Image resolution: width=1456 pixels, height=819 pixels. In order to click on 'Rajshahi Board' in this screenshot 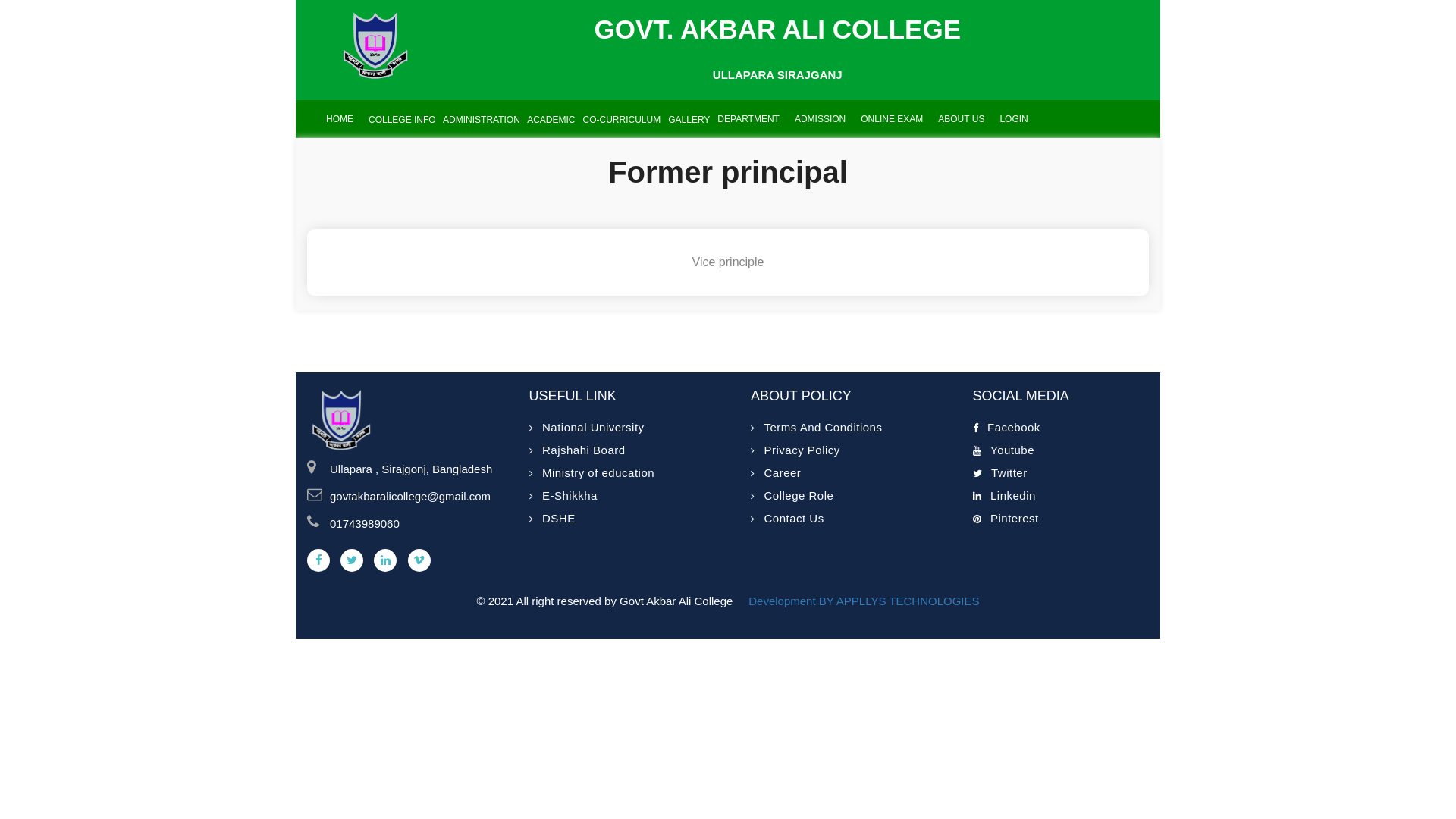, I will do `click(576, 449)`.